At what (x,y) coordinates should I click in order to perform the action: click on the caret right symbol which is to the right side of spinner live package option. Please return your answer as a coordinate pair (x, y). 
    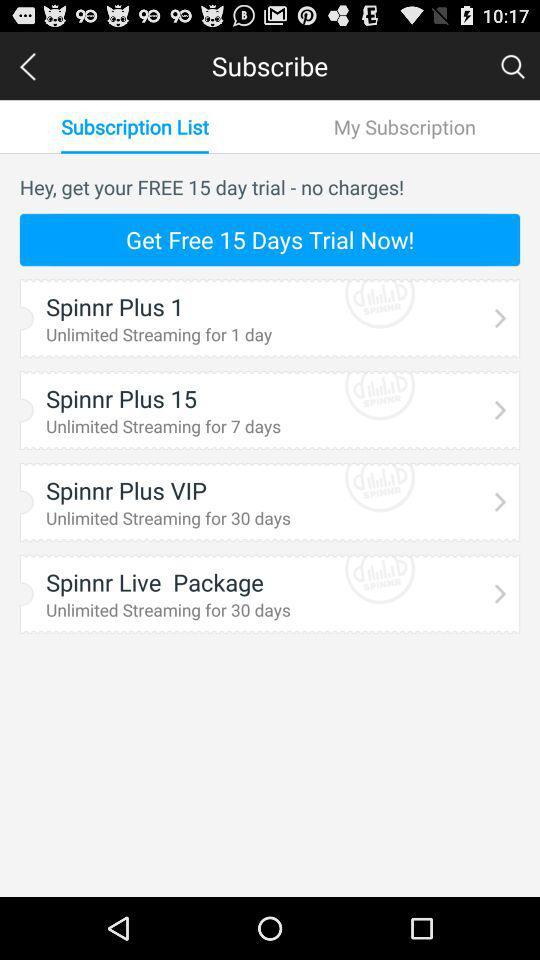
    Looking at the image, I should click on (500, 593).